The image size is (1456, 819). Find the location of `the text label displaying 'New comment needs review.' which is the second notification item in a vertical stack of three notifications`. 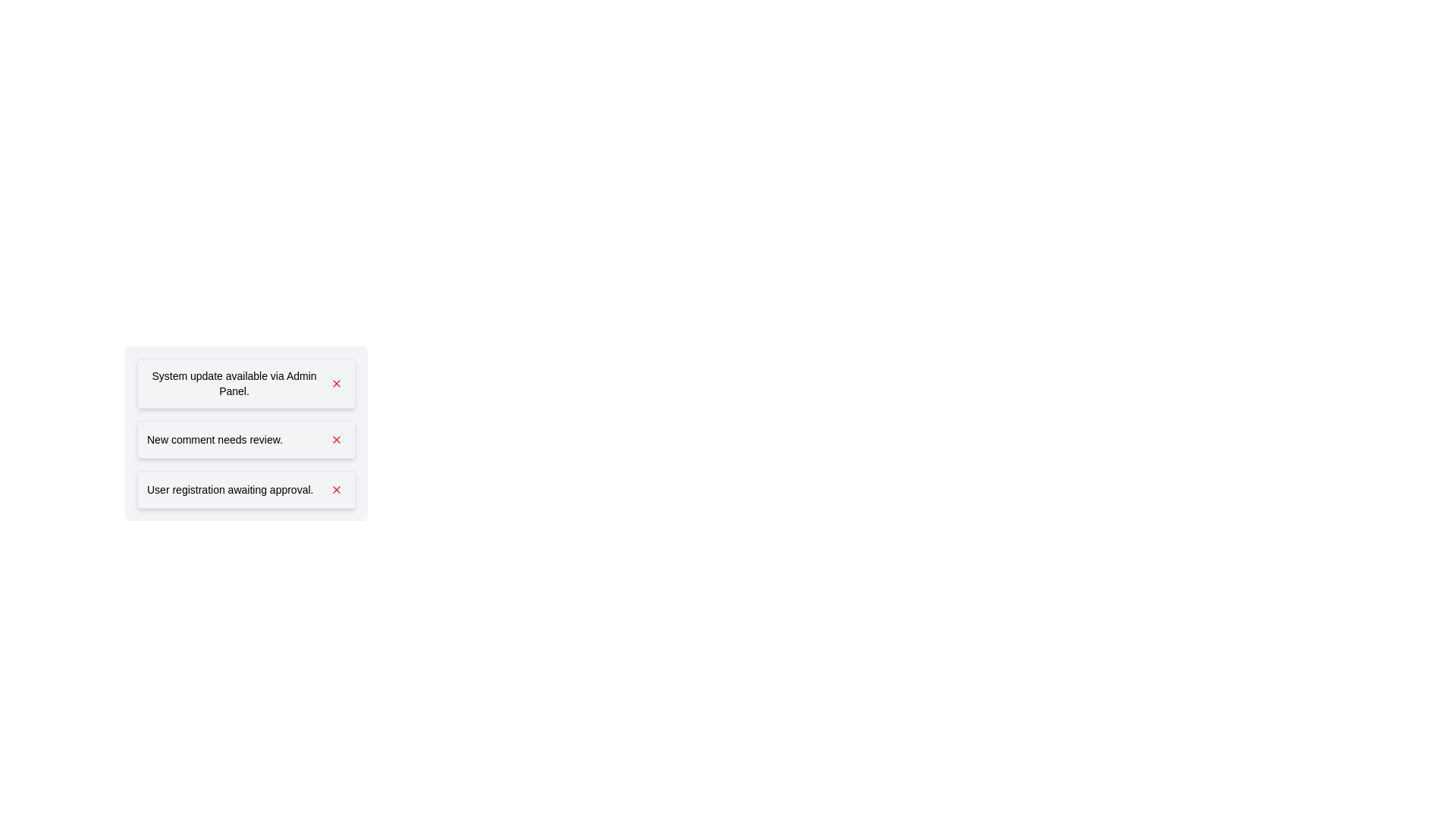

the text label displaying 'New comment needs review.' which is the second notification item in a vertical stack of three notifications is located at coordinates (214, 439).